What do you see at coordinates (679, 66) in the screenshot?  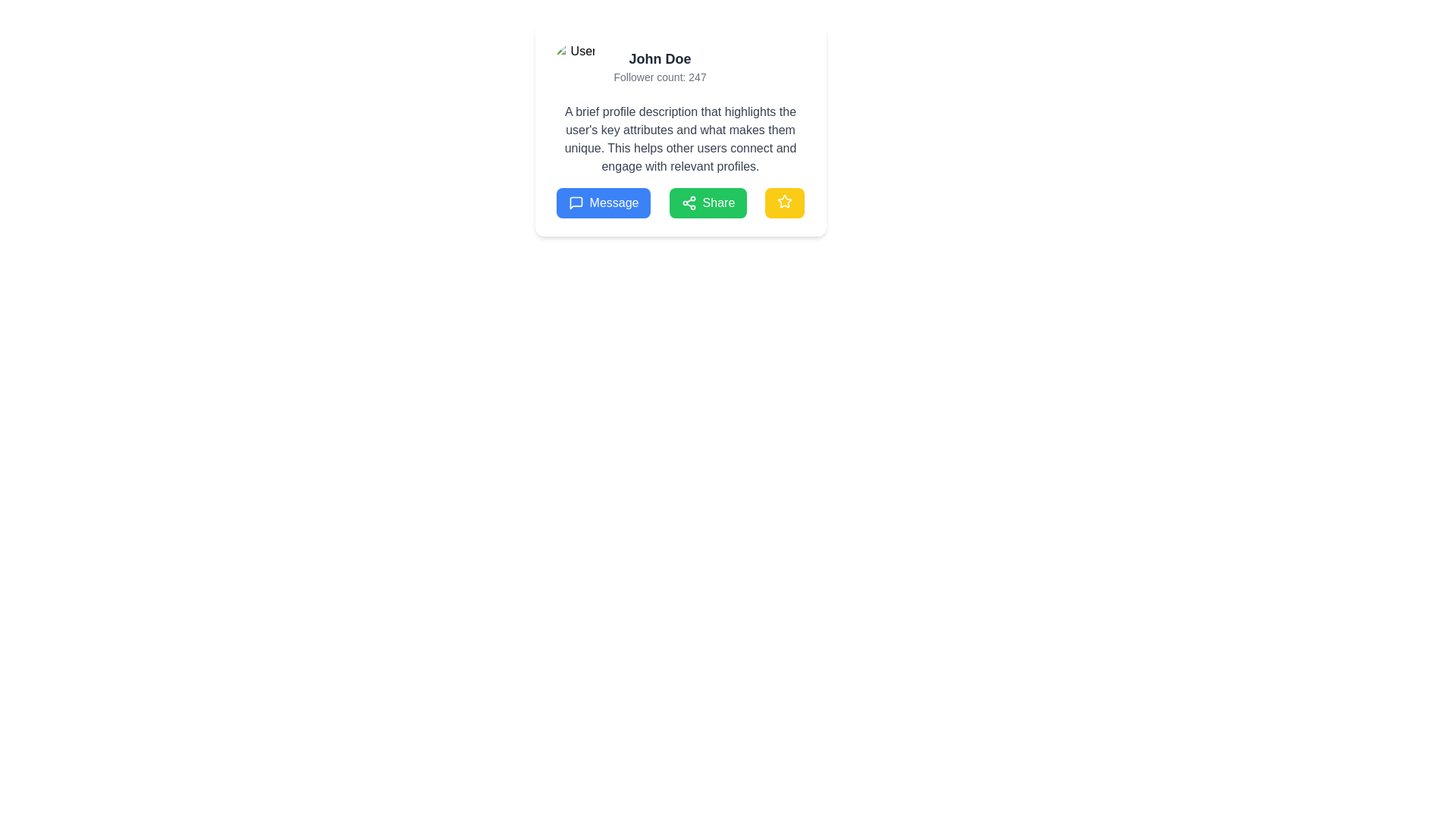 I see `the 'John Doe' text in the user profile header` at bounding box center [679, 66].